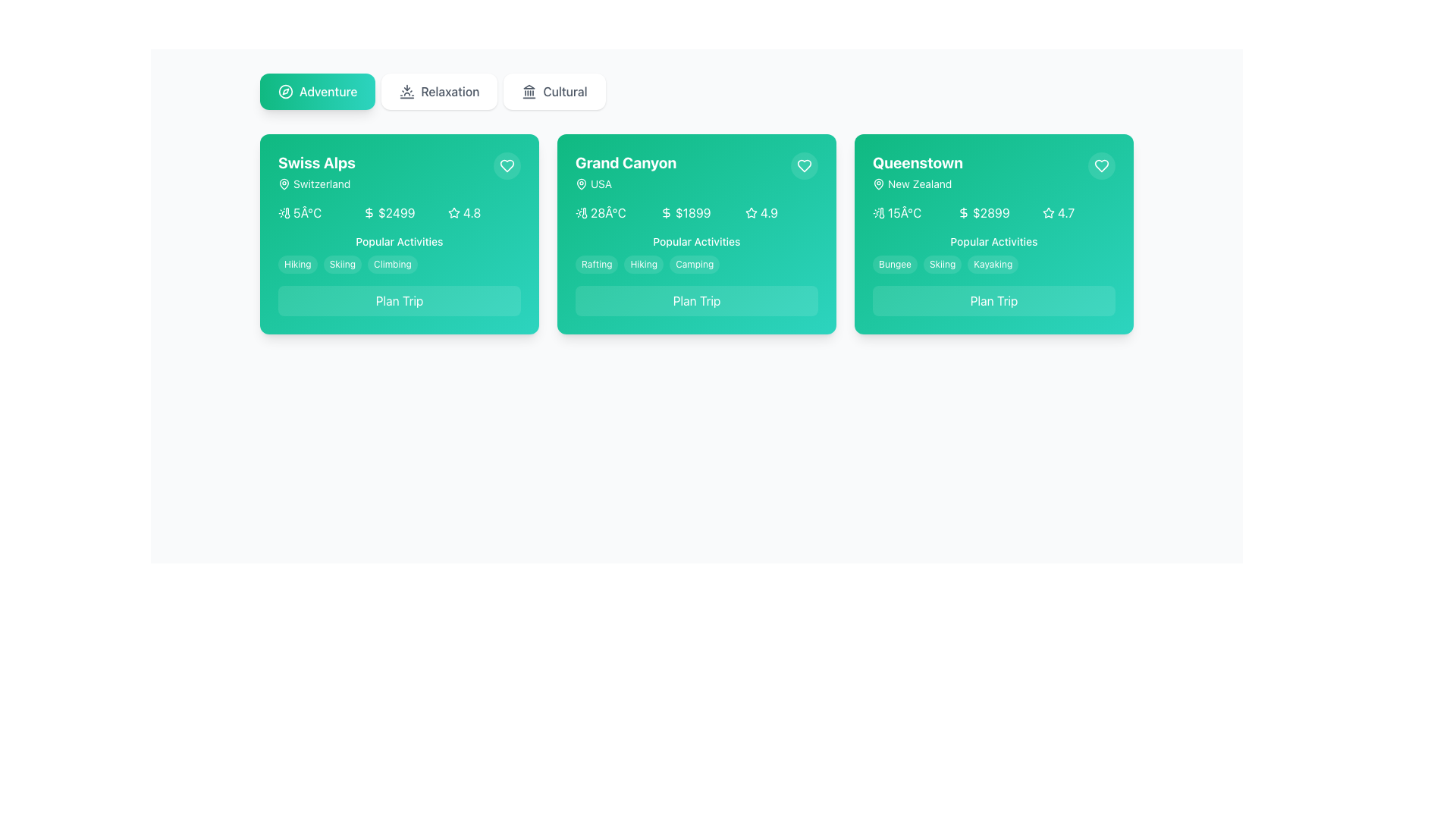  What do you see at coordinates (341, 263) in the screenshot?
I see `the 'Skiing' tag in the 'Popular Activities' section of the 'Swiss Alps' card` at bounding box center [341, 263].